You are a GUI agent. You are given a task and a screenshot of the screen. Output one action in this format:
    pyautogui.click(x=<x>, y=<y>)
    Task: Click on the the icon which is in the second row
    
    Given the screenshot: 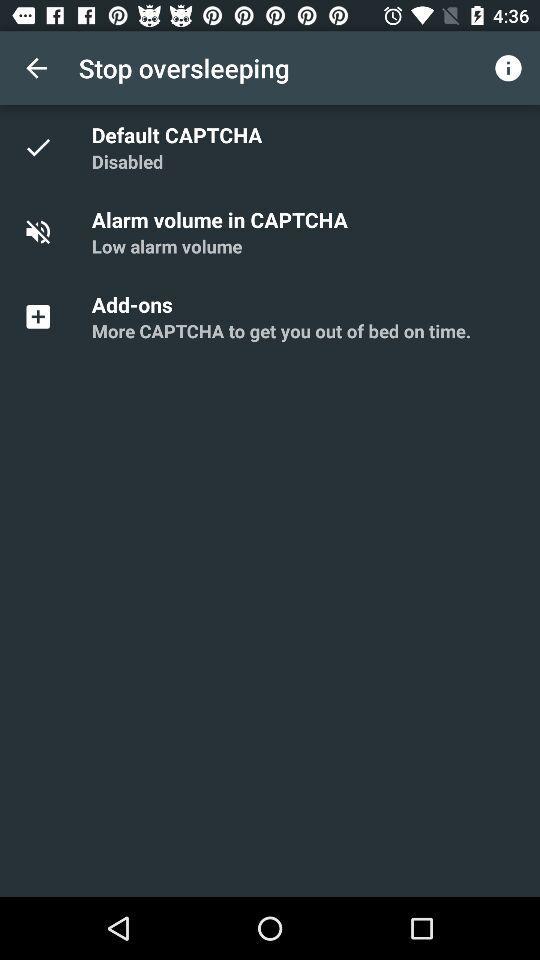 What is the action you would take?
    pyautogui.click(x=49, y=232)
    